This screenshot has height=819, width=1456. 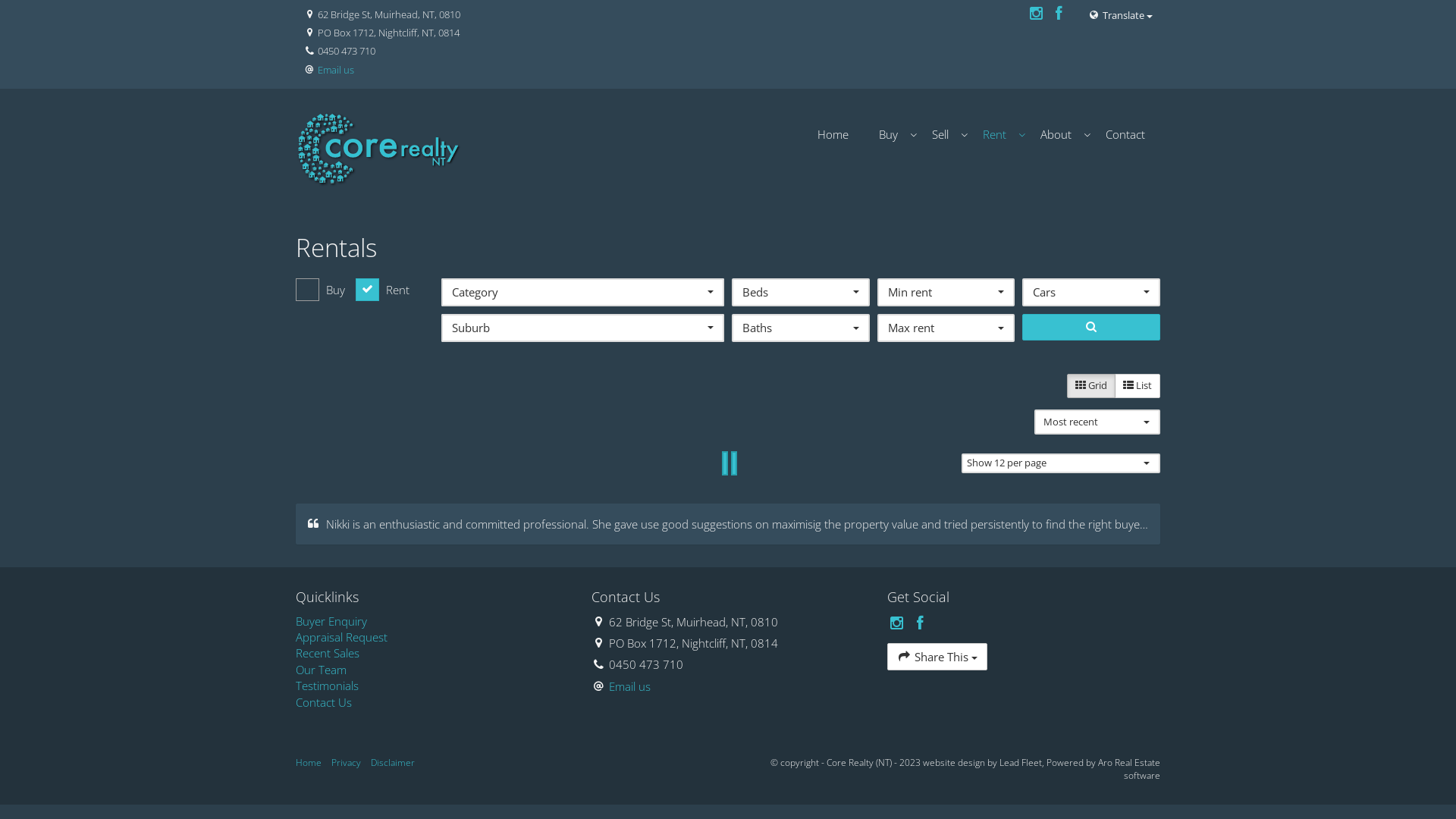 What do you see at coordinates (1090, 292) in the screenshot?
I see `'Cars` at bounding box center [1090, 292].